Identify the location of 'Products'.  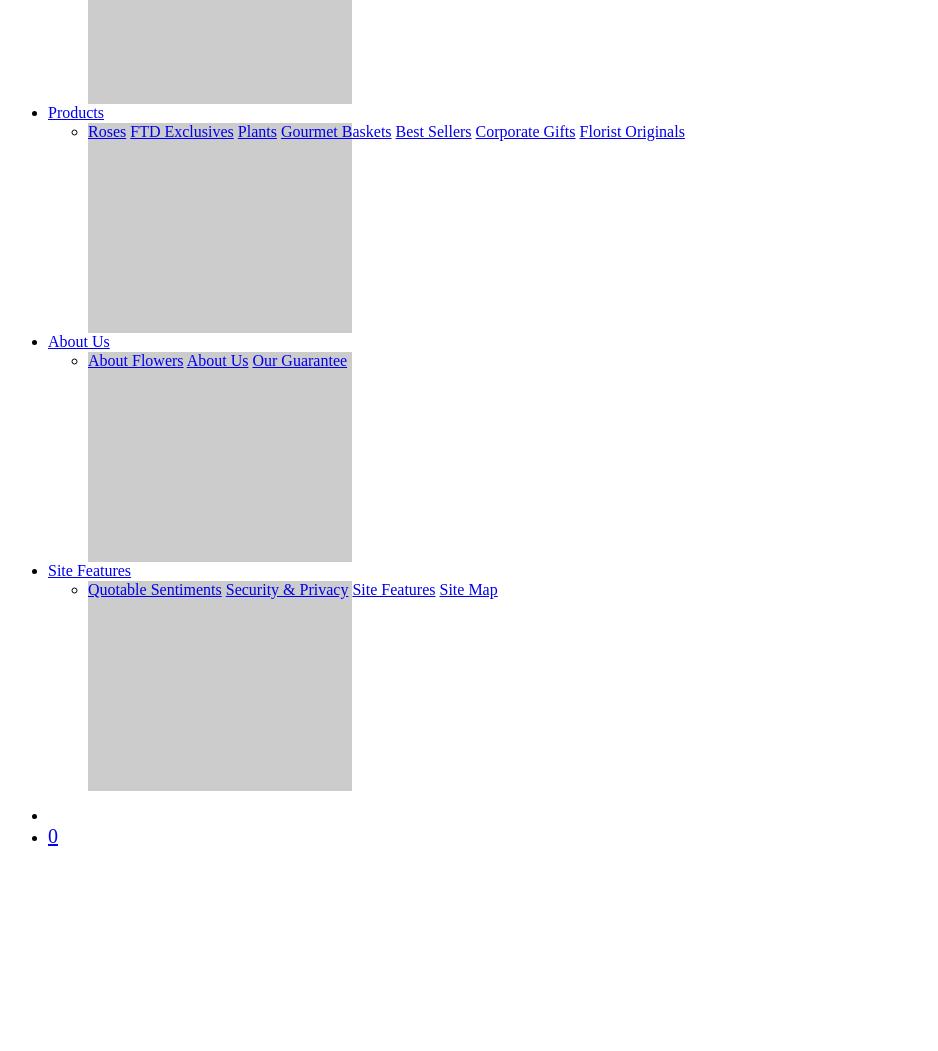
(75, 112).